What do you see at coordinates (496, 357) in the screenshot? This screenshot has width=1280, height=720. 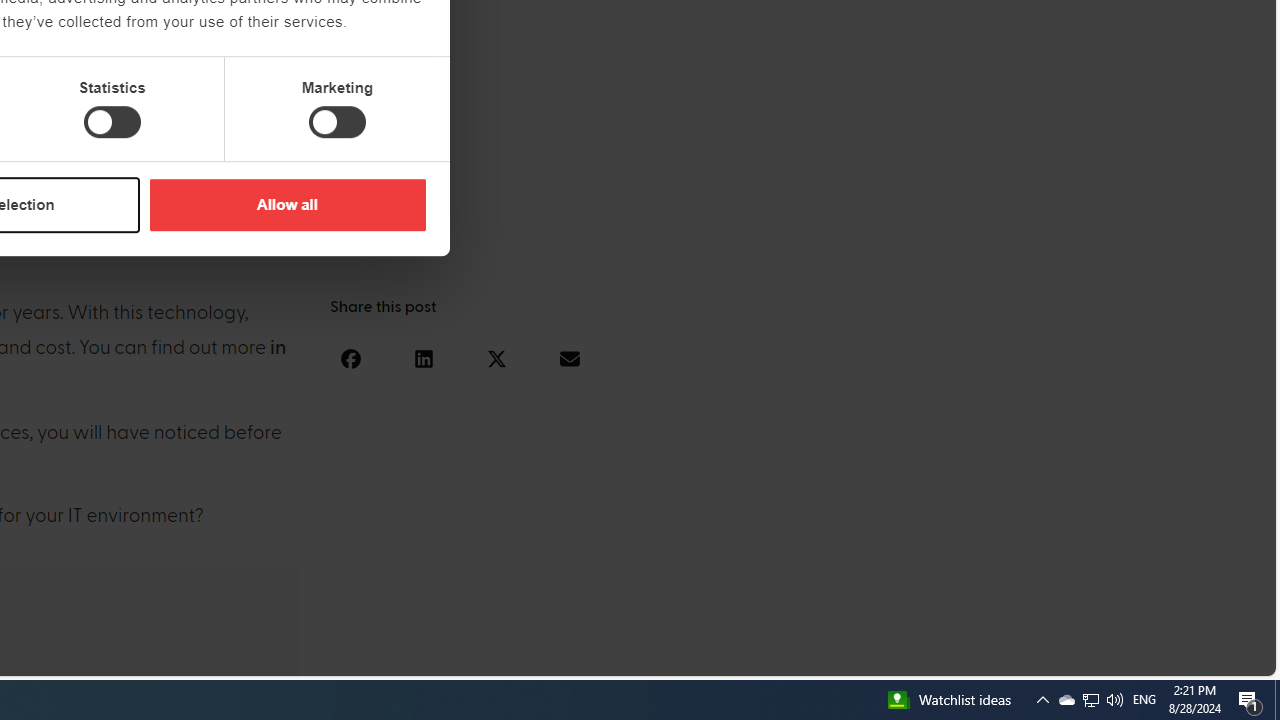 I see `'Share on x-twitter'` at bounding box center [496, 357].